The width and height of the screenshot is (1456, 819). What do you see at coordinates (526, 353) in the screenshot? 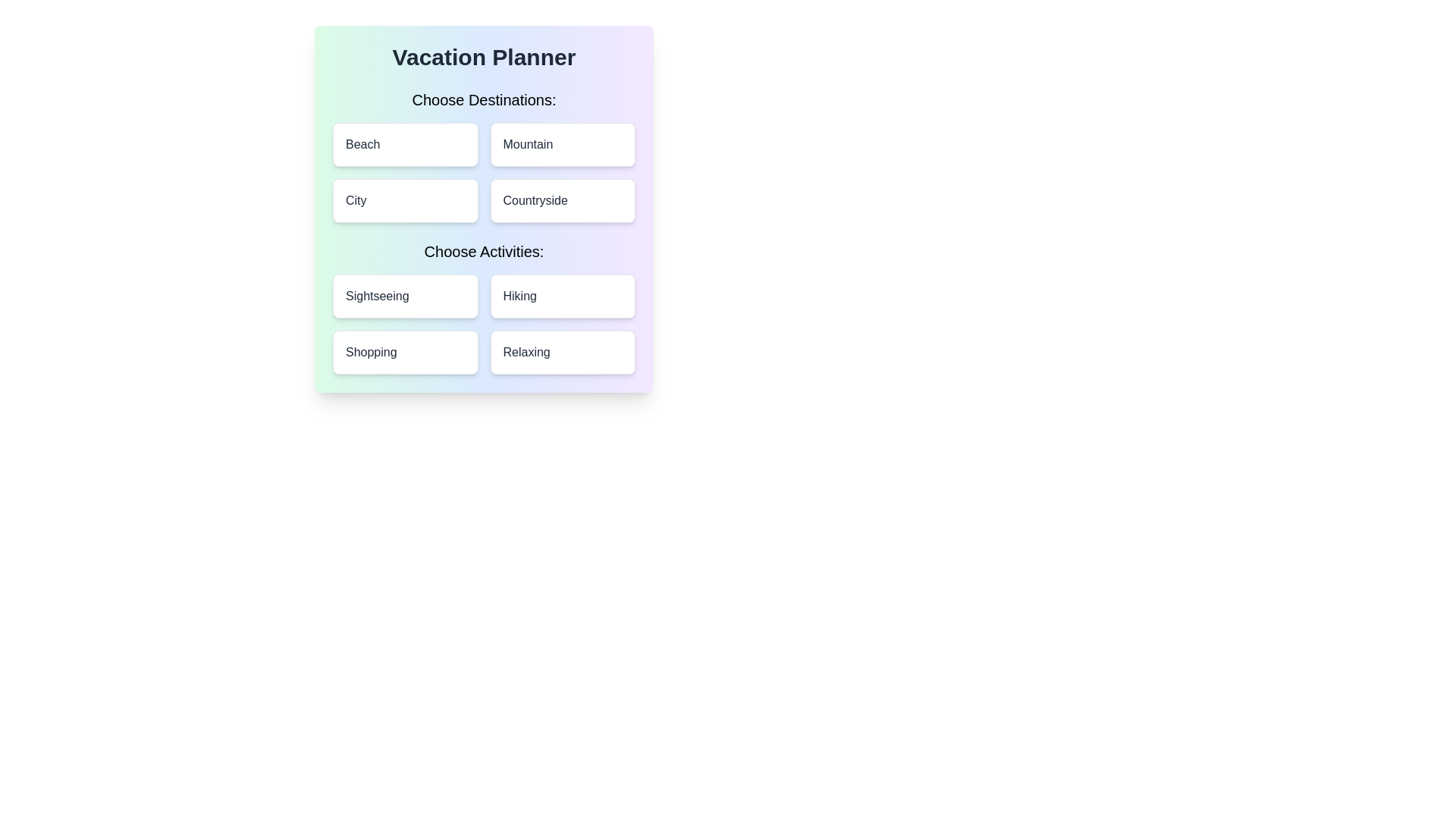
I see `'Relaxing' label located in the bottom-right card of the 'Choose Activities' section in the Vacation Planner interface to understand the option` at bounding box center [526, 353].